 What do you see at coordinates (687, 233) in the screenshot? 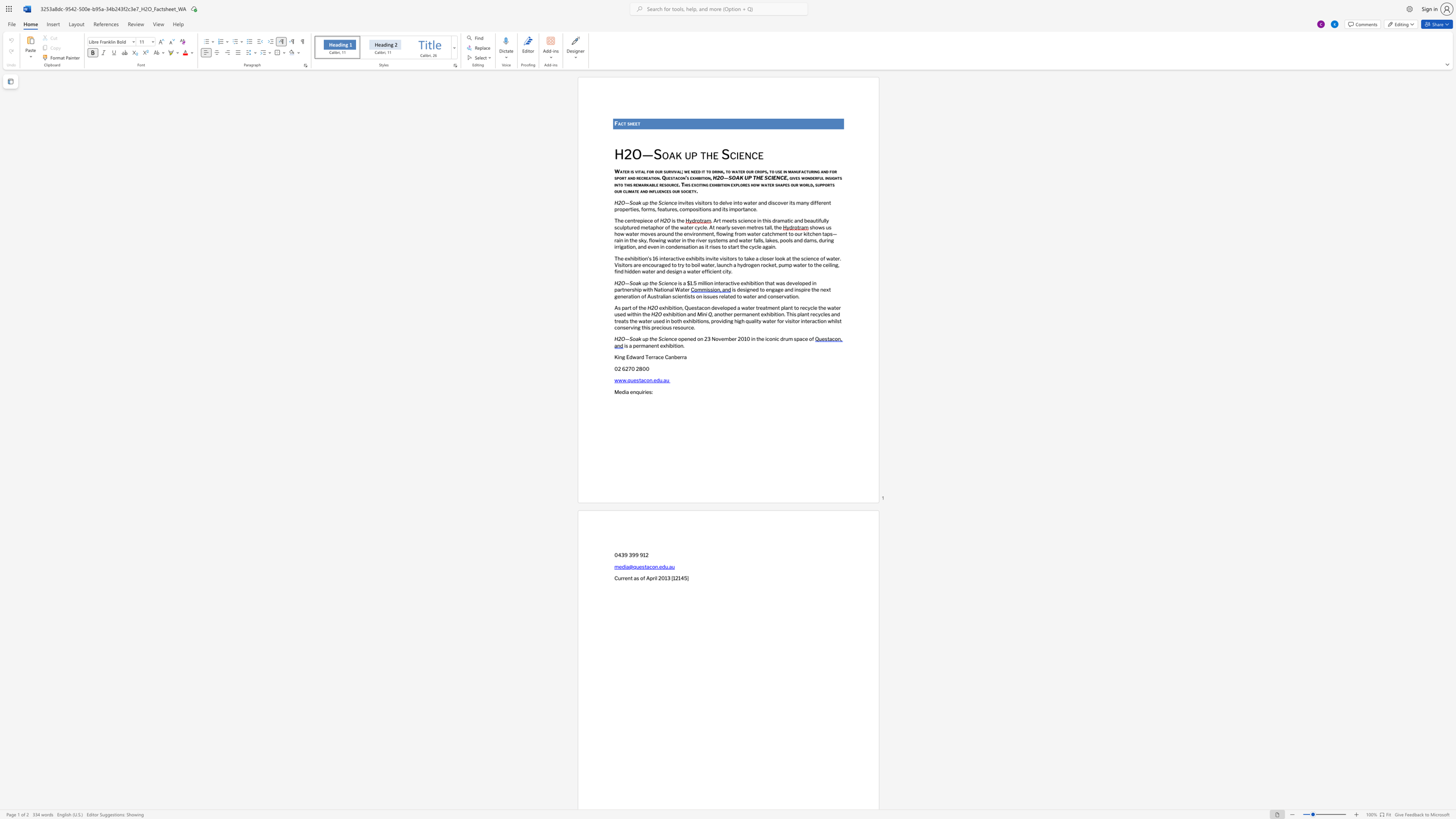
I see `the subset text "nvir" within the text "shows us how water moves around the environment, flowing from water catchment to our kitchen taps"` at bounding box center [687, 233].